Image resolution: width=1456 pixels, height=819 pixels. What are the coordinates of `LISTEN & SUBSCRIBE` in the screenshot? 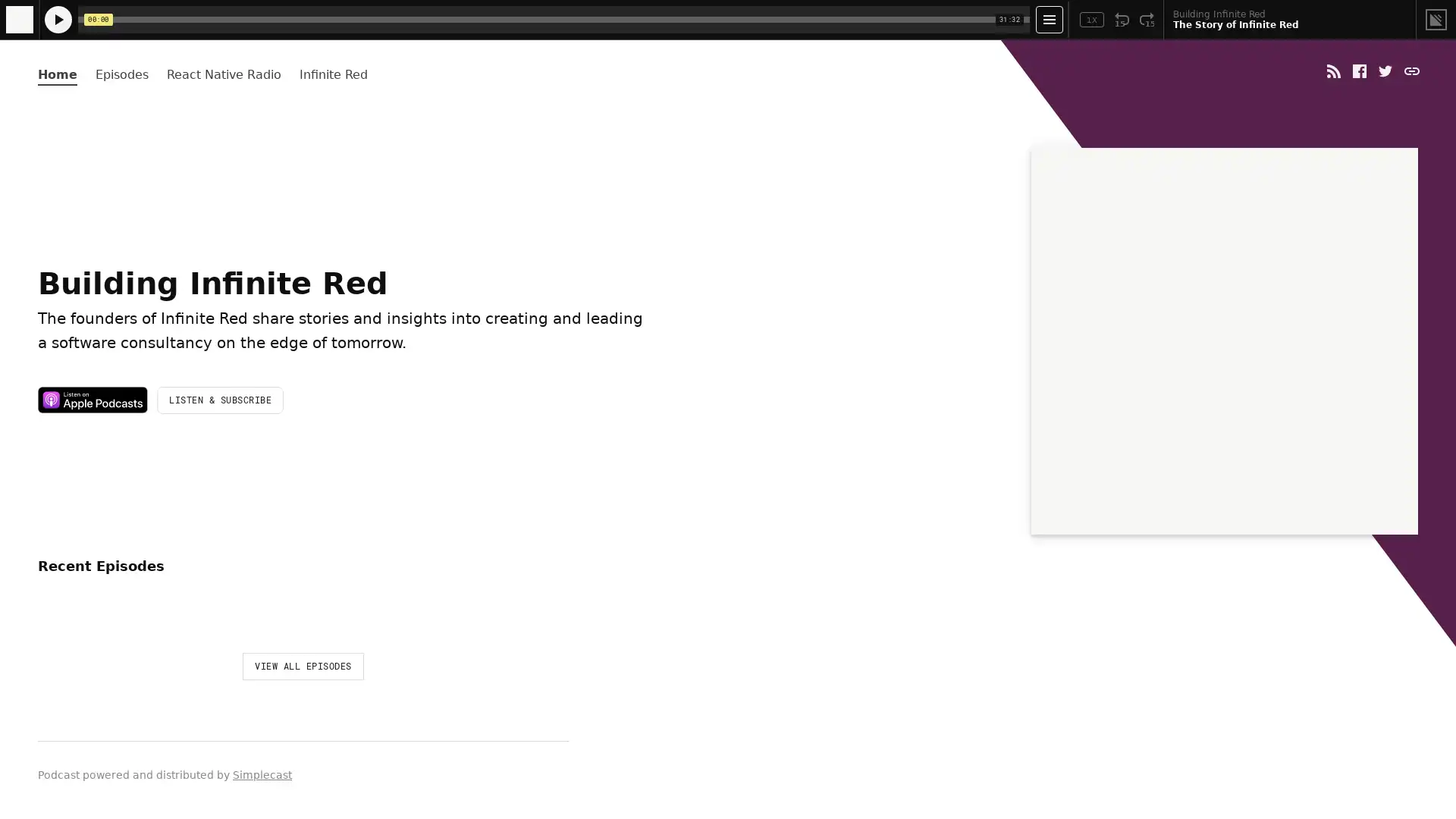 It's located at (219, 400).